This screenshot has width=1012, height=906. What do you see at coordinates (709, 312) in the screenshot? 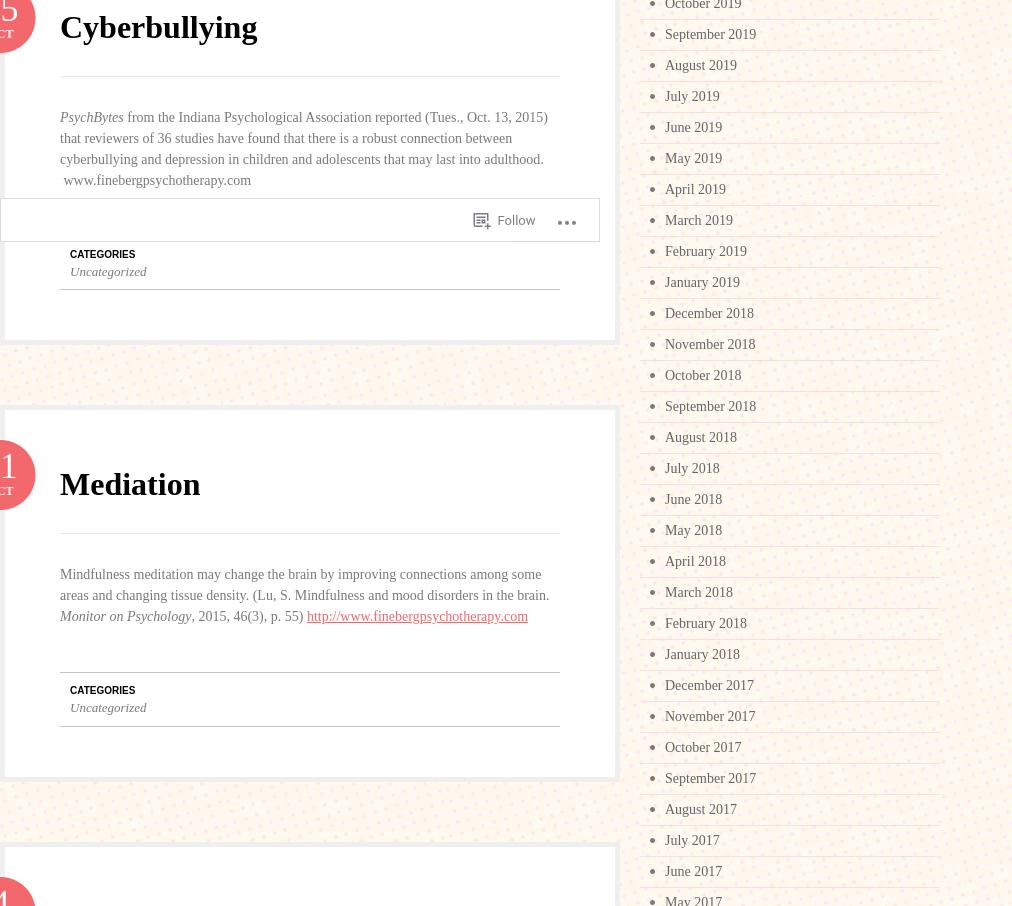
I see `'December 2018'` at bounding box center [709, 312].